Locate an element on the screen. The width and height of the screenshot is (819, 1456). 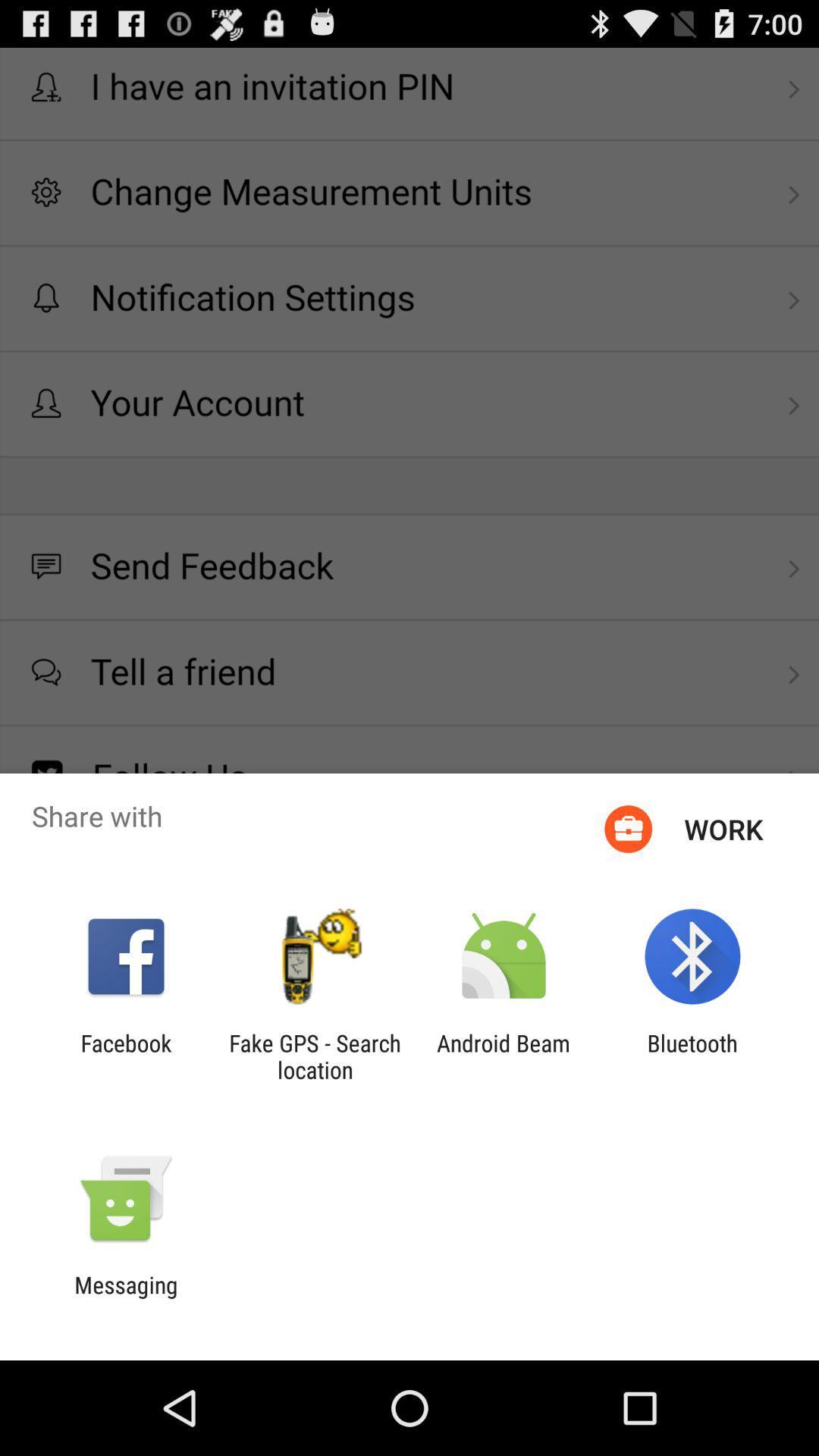
the bluetooth icon is located at coordinates (692, 1056).